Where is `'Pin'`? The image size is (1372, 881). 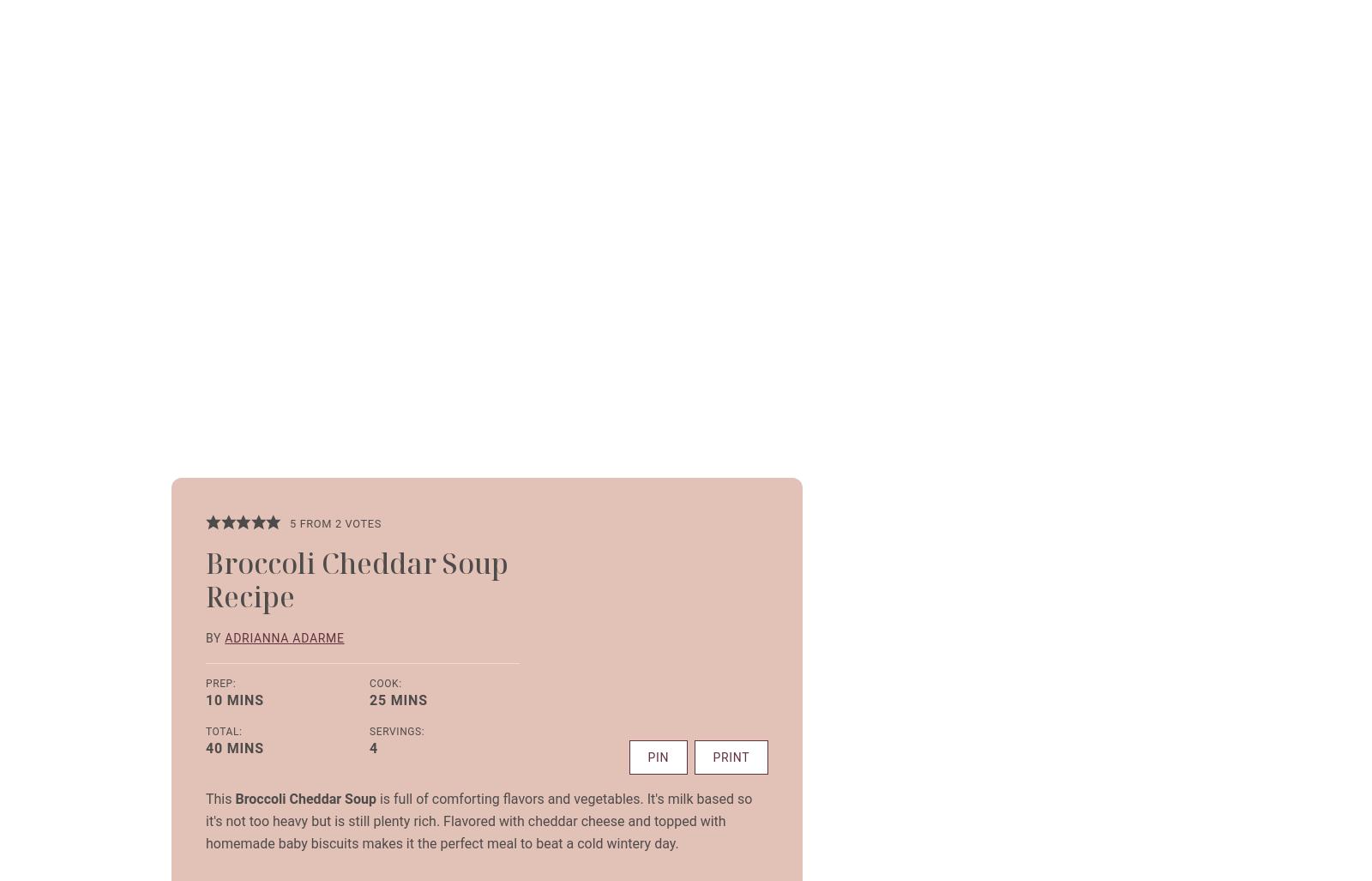
'Pin' is located at coordinates (658, 755).